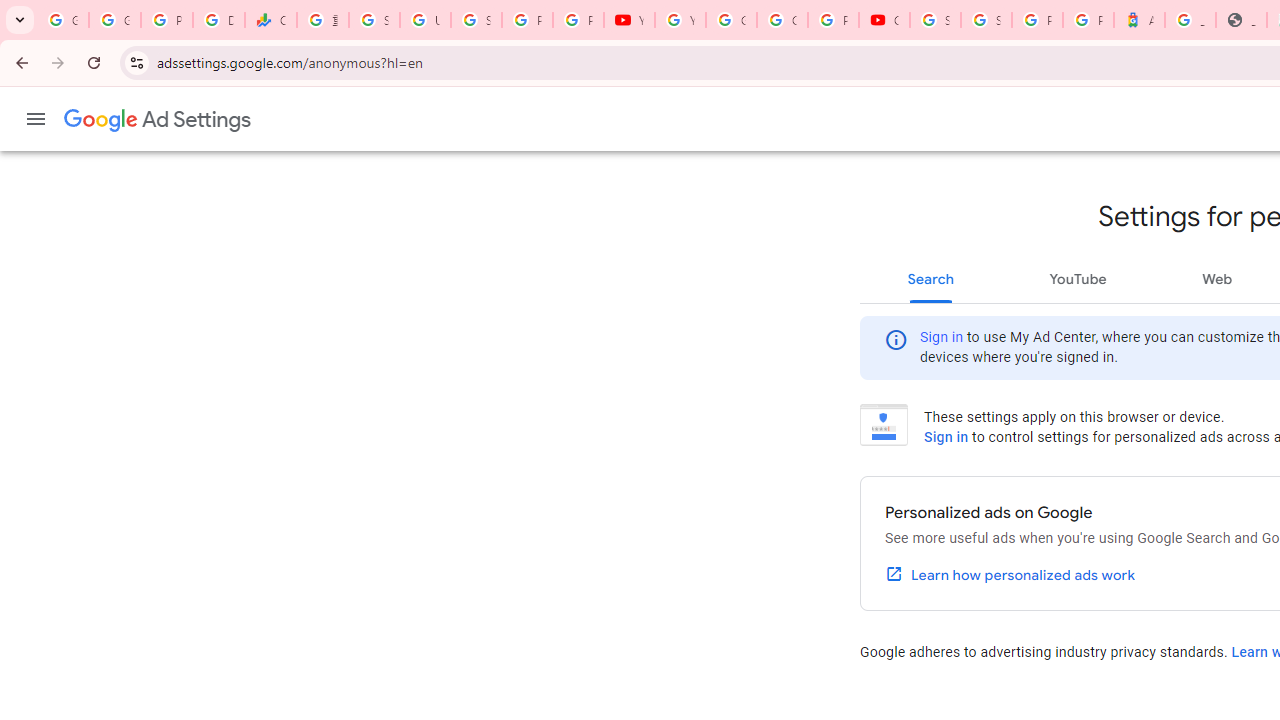  What do you see at coordinates (1139, 20) in the screenshot?
I see `'Atour Hotel - Google hotels'` at bounding box center [1139, 20].